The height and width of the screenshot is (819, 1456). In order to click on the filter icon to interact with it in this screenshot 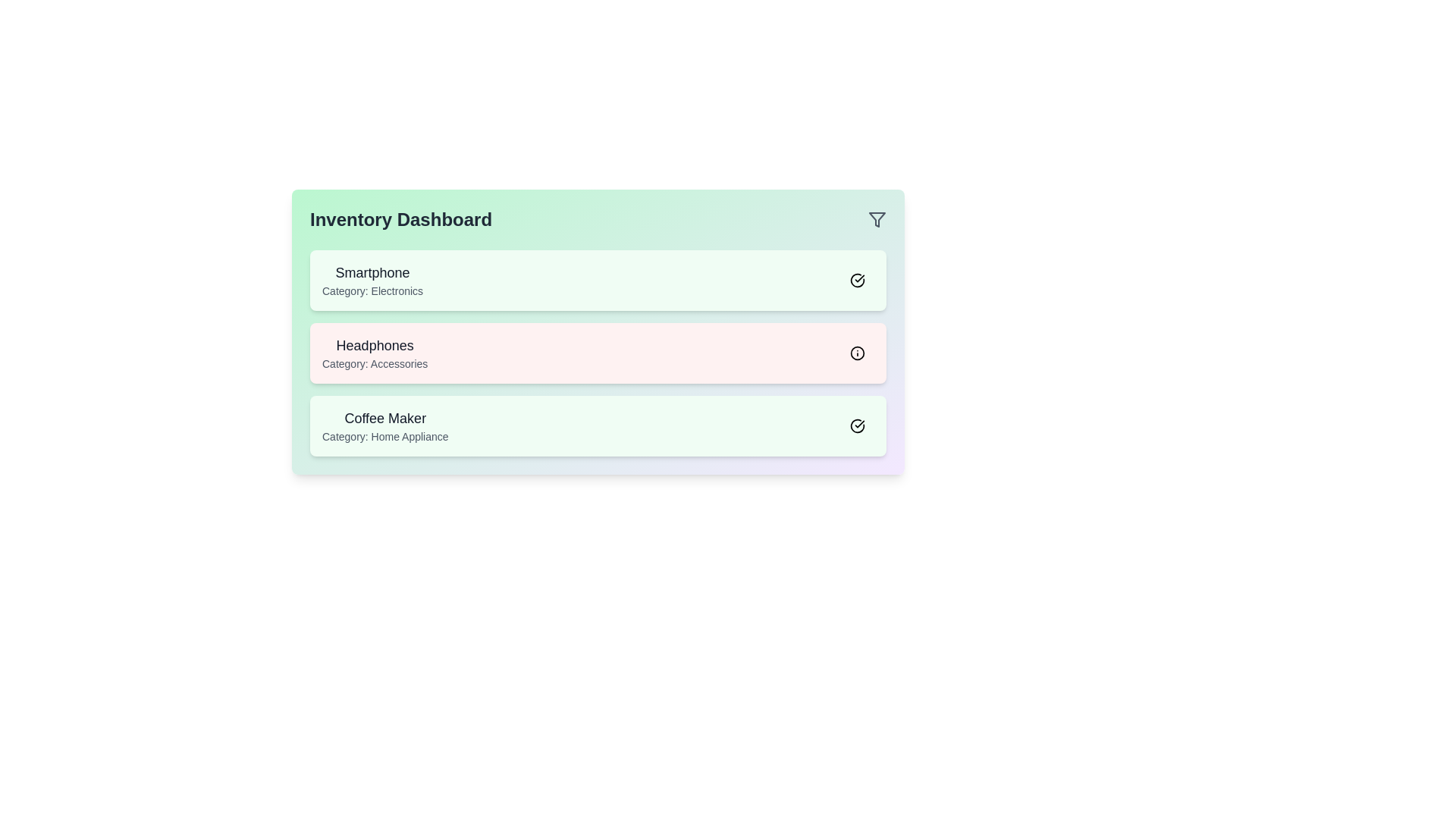, I will do `click(877, 219)`.